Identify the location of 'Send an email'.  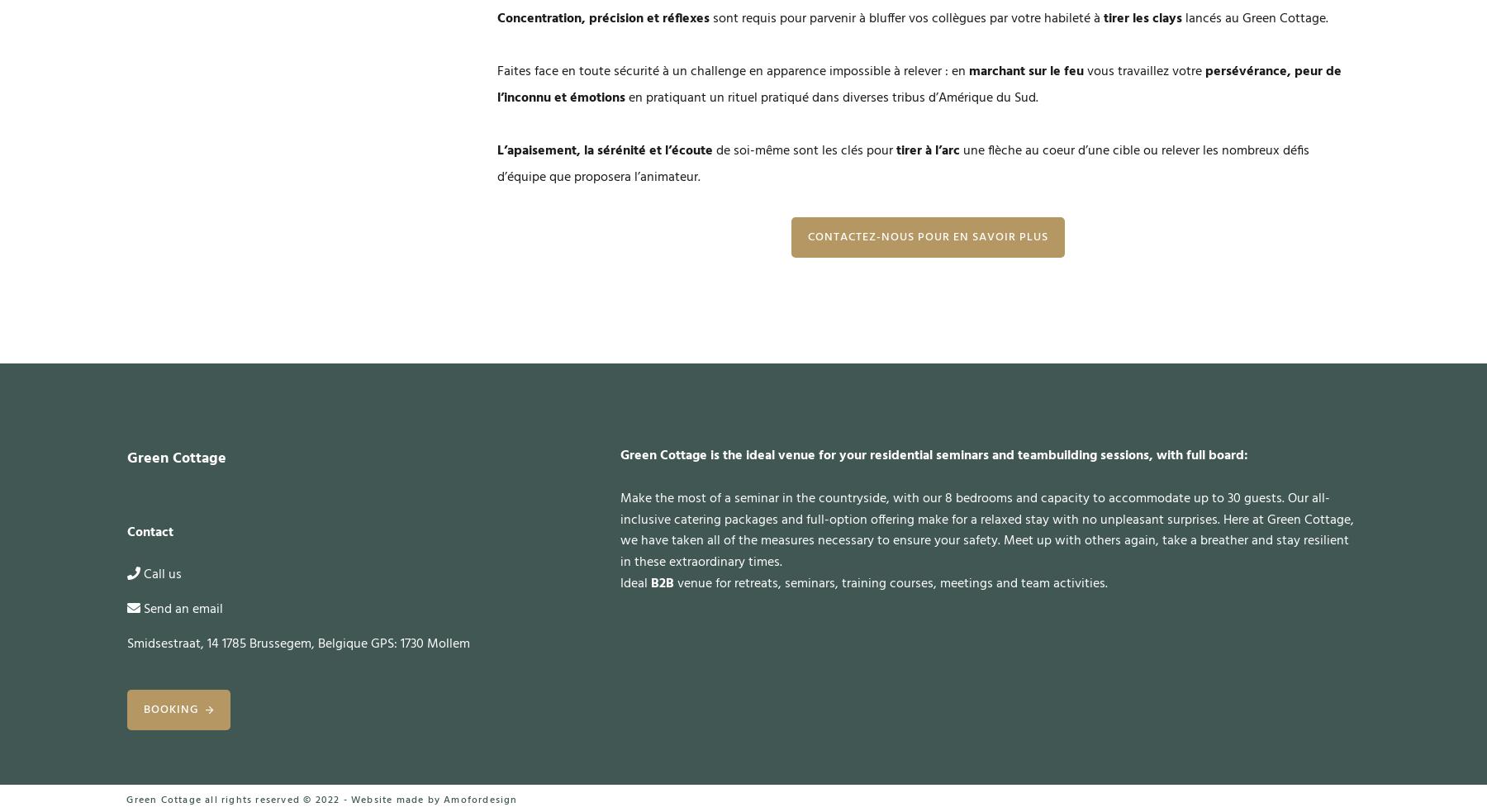
(183, 609).